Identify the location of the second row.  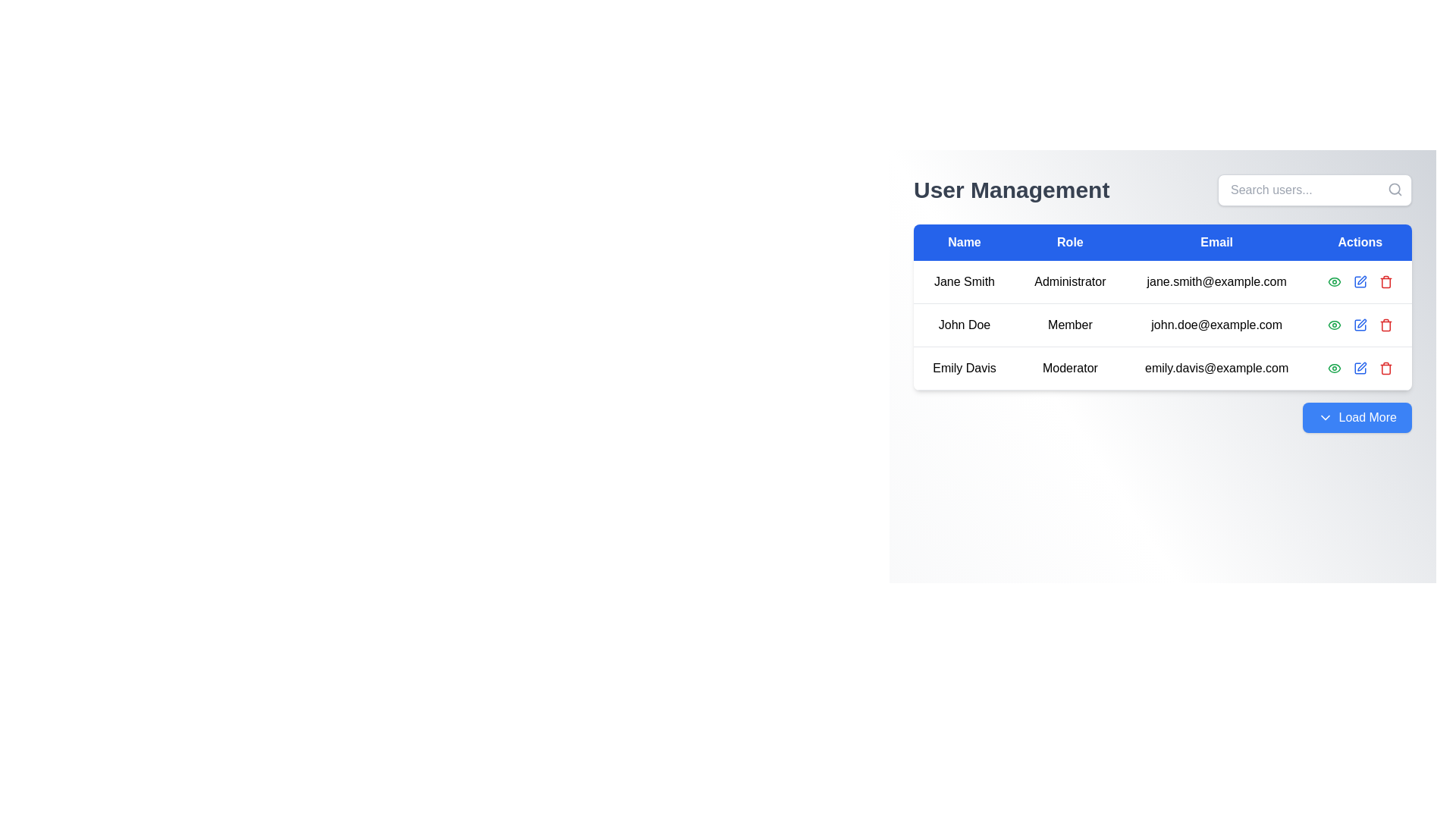
(1162, 324).